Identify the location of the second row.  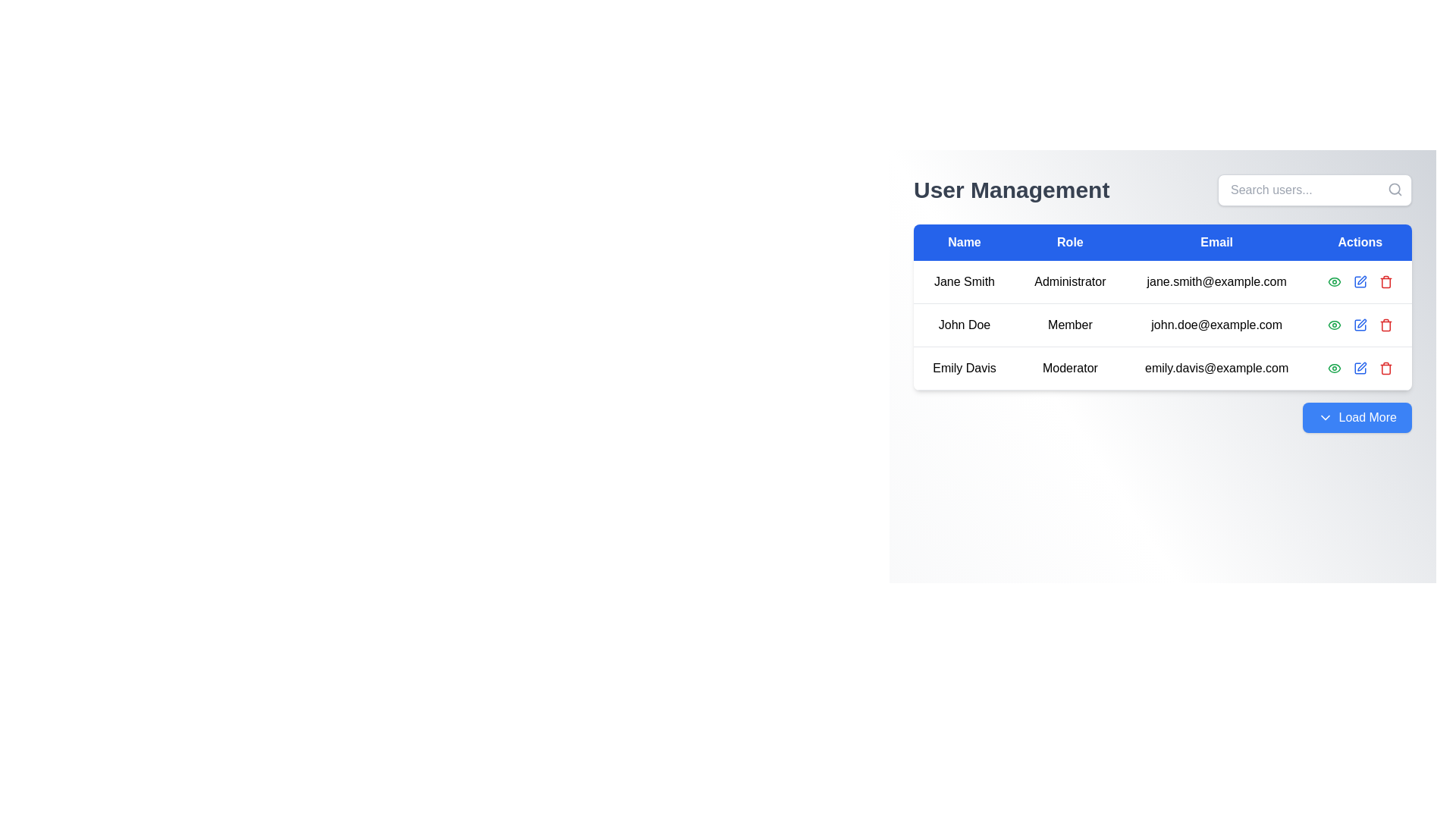
(1162, 324).